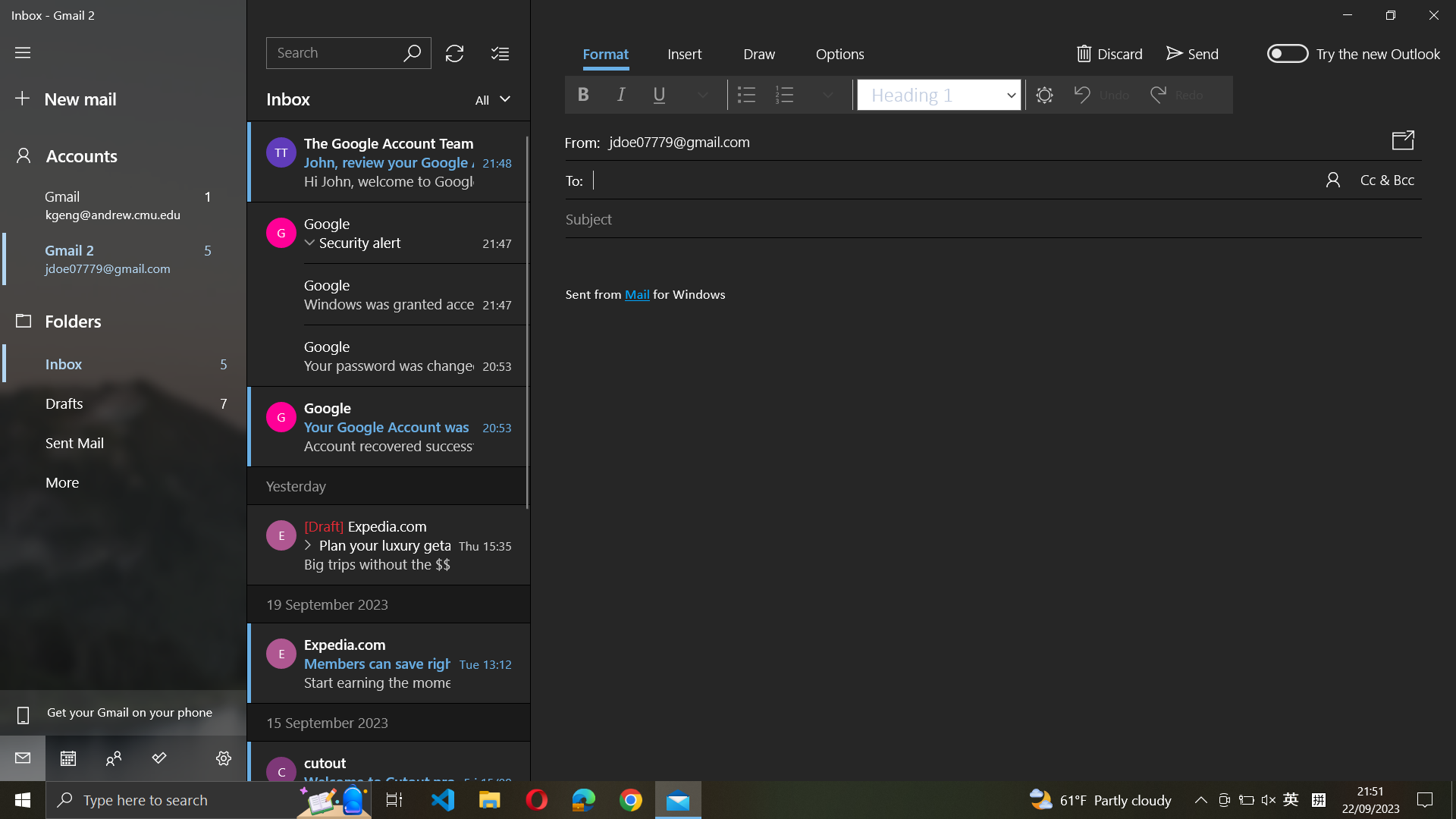 This screenshot has width=1456, height=819. Describe the element at coordinates (683, 55) in the screenshot. I see `Click the button to insert image` at that location.